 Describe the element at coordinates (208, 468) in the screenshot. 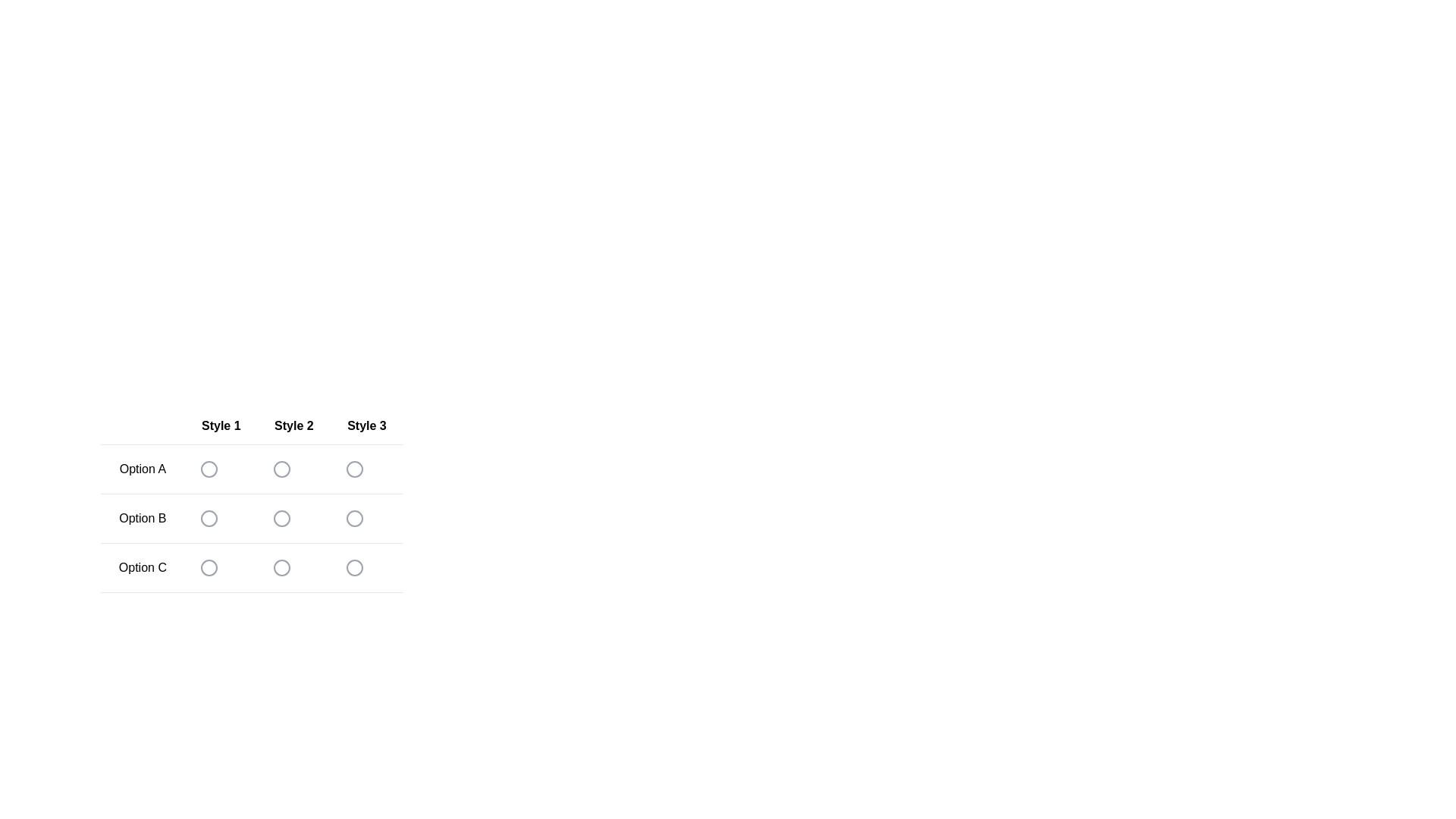

I see `the first circular radio button under 'Style 1'` at that location.